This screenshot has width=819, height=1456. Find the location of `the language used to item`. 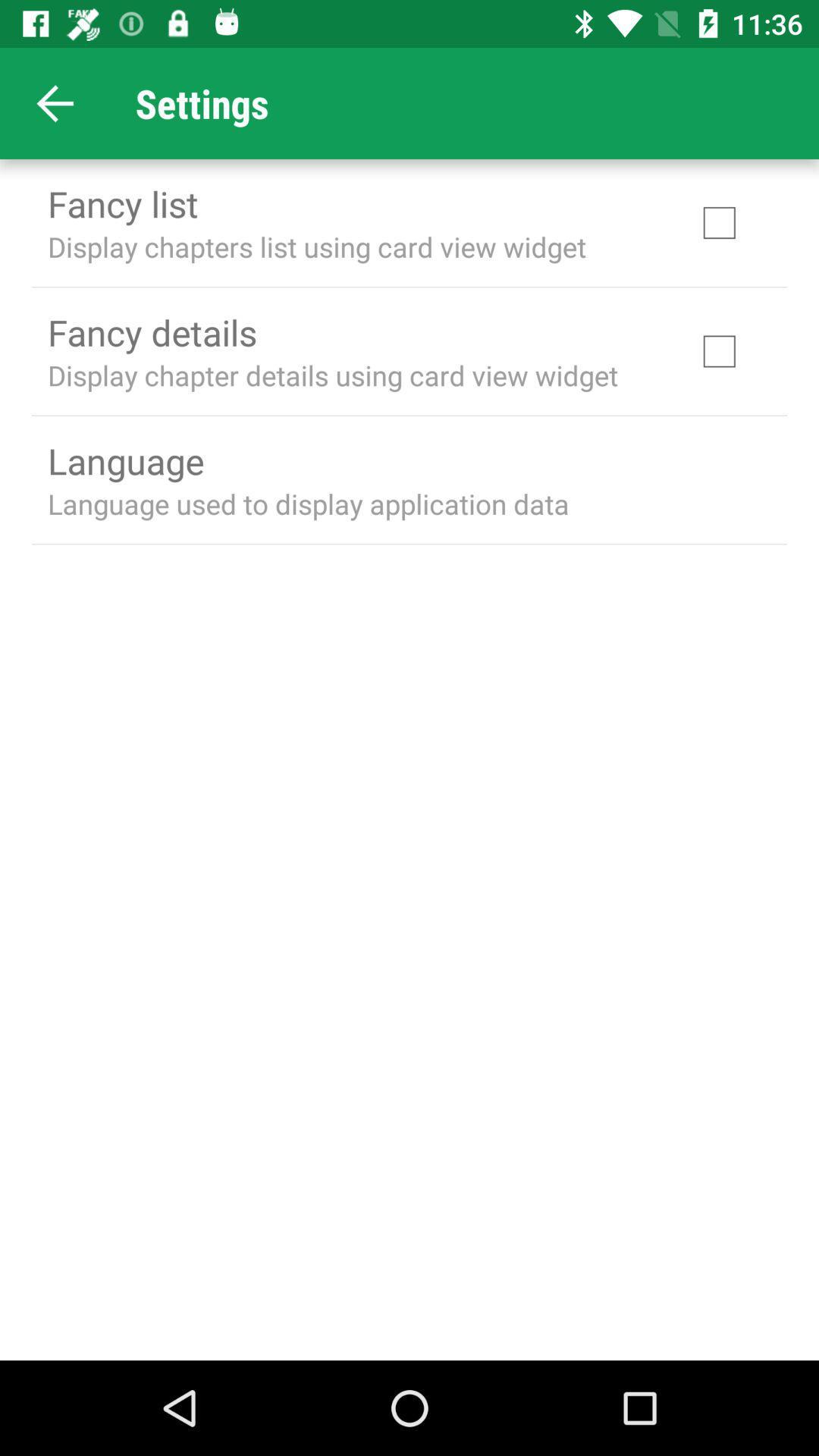

the language used to item is located at coordinates (307, 504).